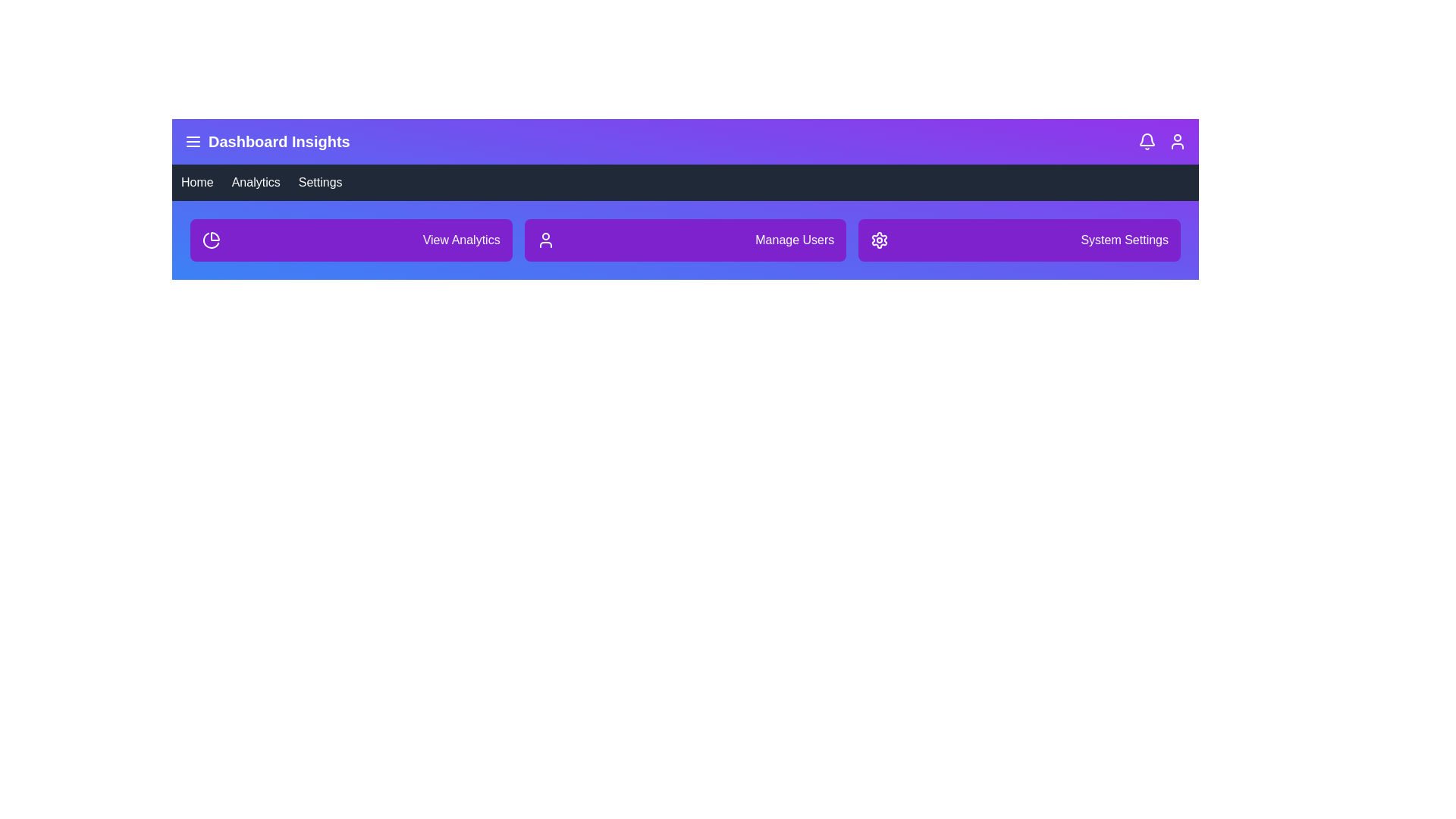 This screenshot has width=1456, height=819. Describe the element at coordinates (350, 239) in the screenshot. I see `the View Analytics button in the dashboard` at that location.